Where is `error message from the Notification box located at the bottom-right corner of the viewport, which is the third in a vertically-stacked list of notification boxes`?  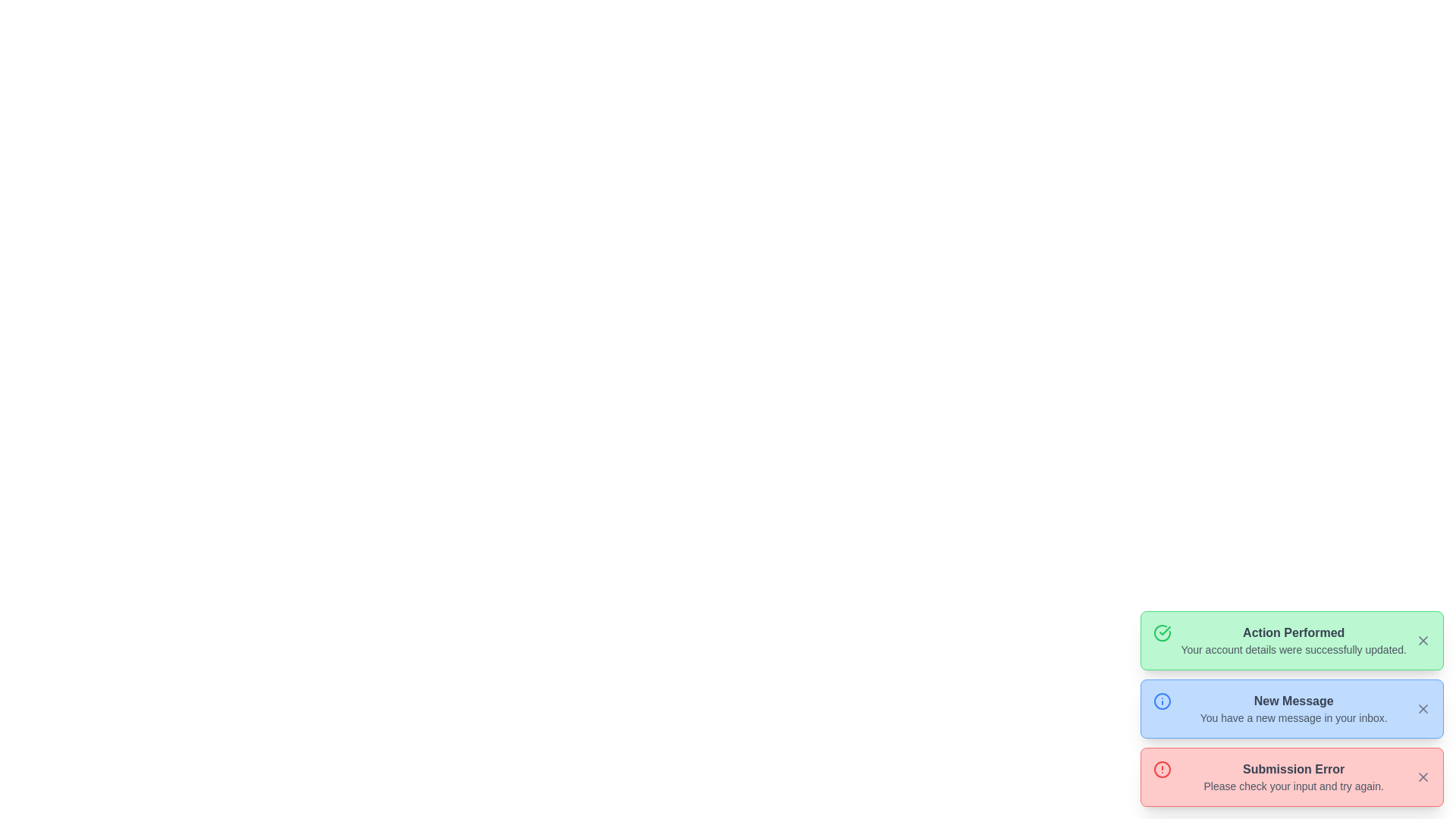 error message from the Notification box located at the bottom-right corner of the viewport, which is the third in a vertically-stacked list of notification boxes is located at coordinates (1291, 777).